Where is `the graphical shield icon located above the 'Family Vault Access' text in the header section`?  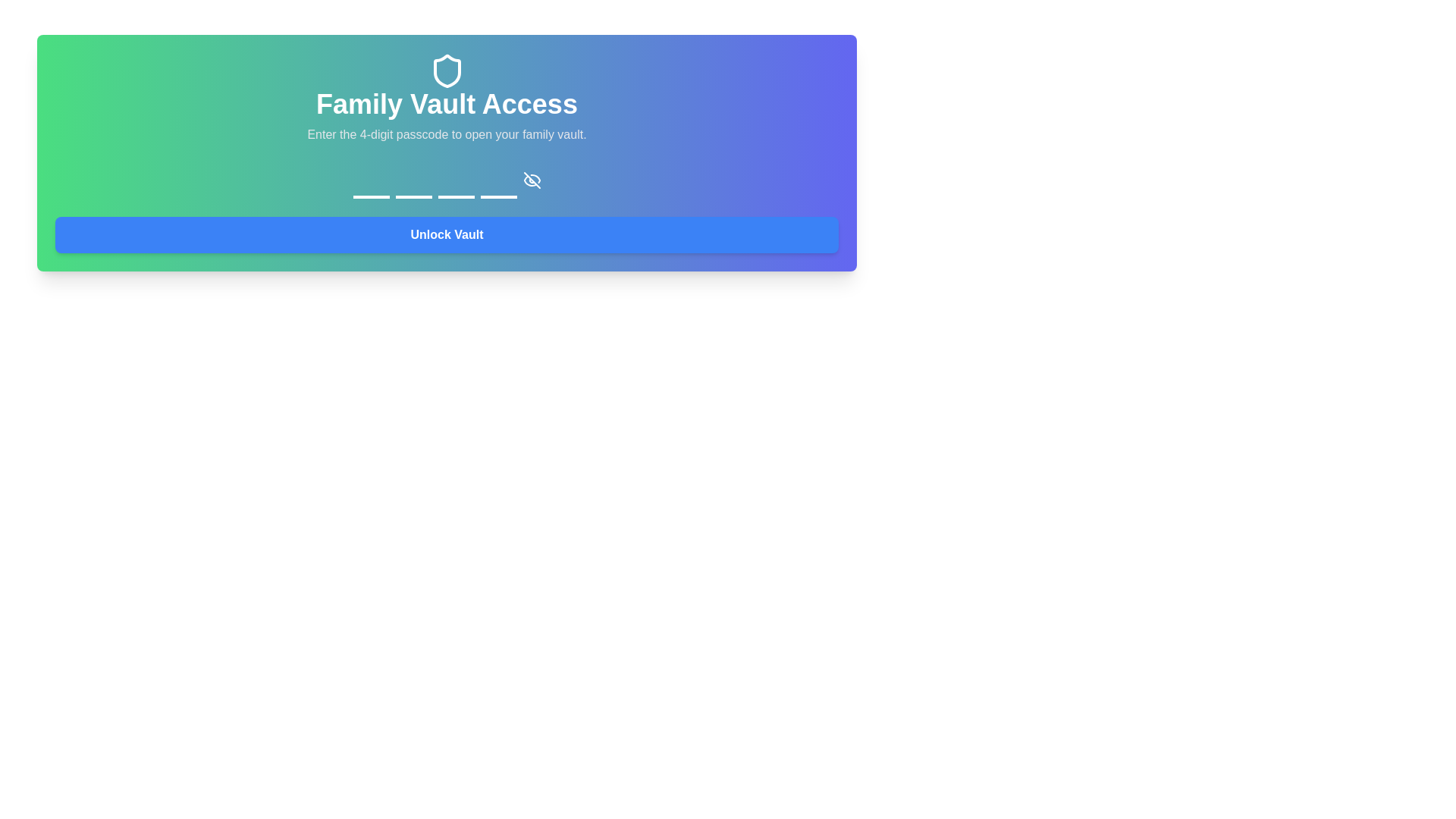
the graphical shield icon located above the 'Family Vault Access' text in the header section is located at coordinates (446, 71).